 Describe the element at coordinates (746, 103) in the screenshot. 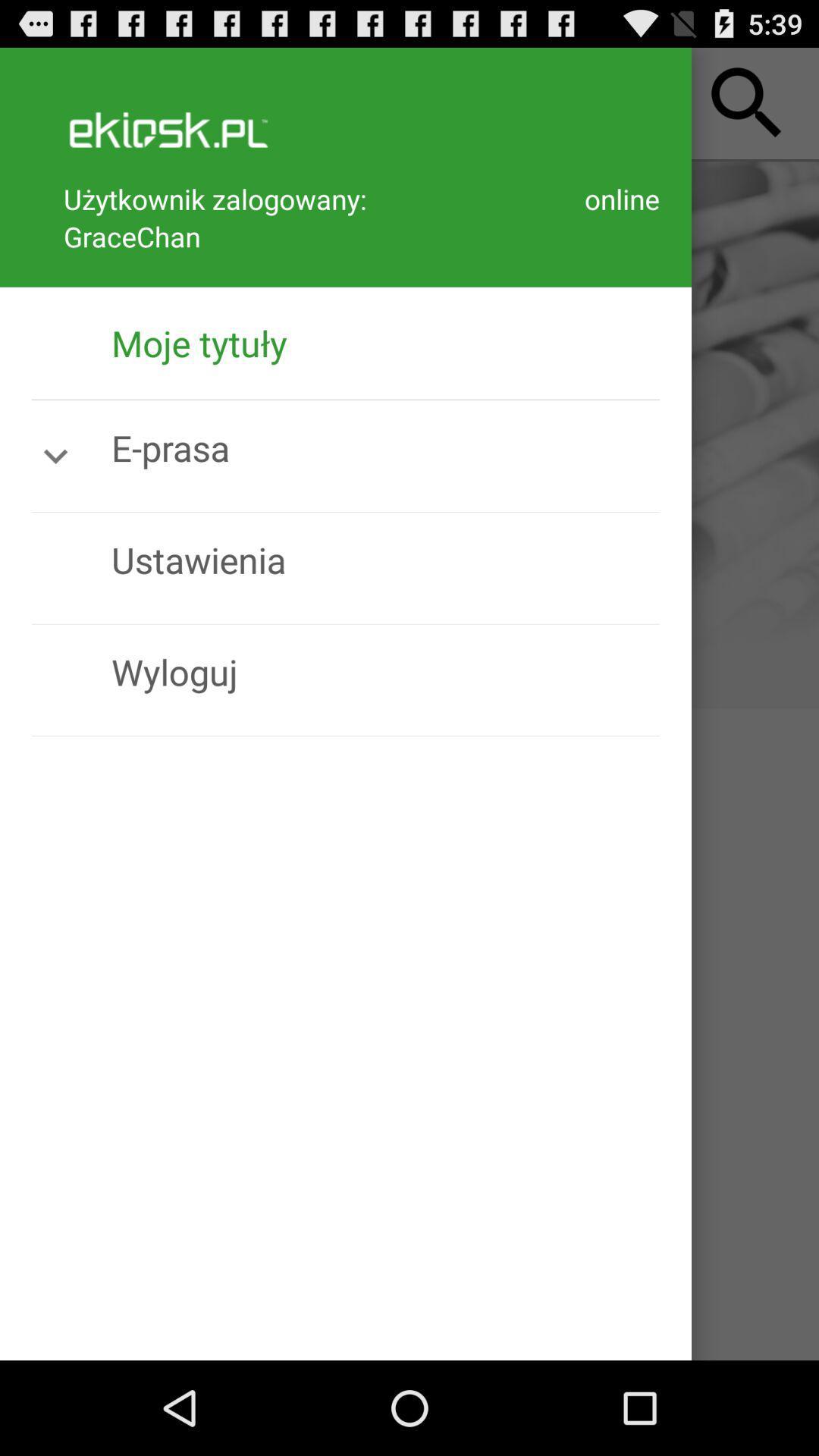

I see `the button on the top right corner of the web page` at that location.